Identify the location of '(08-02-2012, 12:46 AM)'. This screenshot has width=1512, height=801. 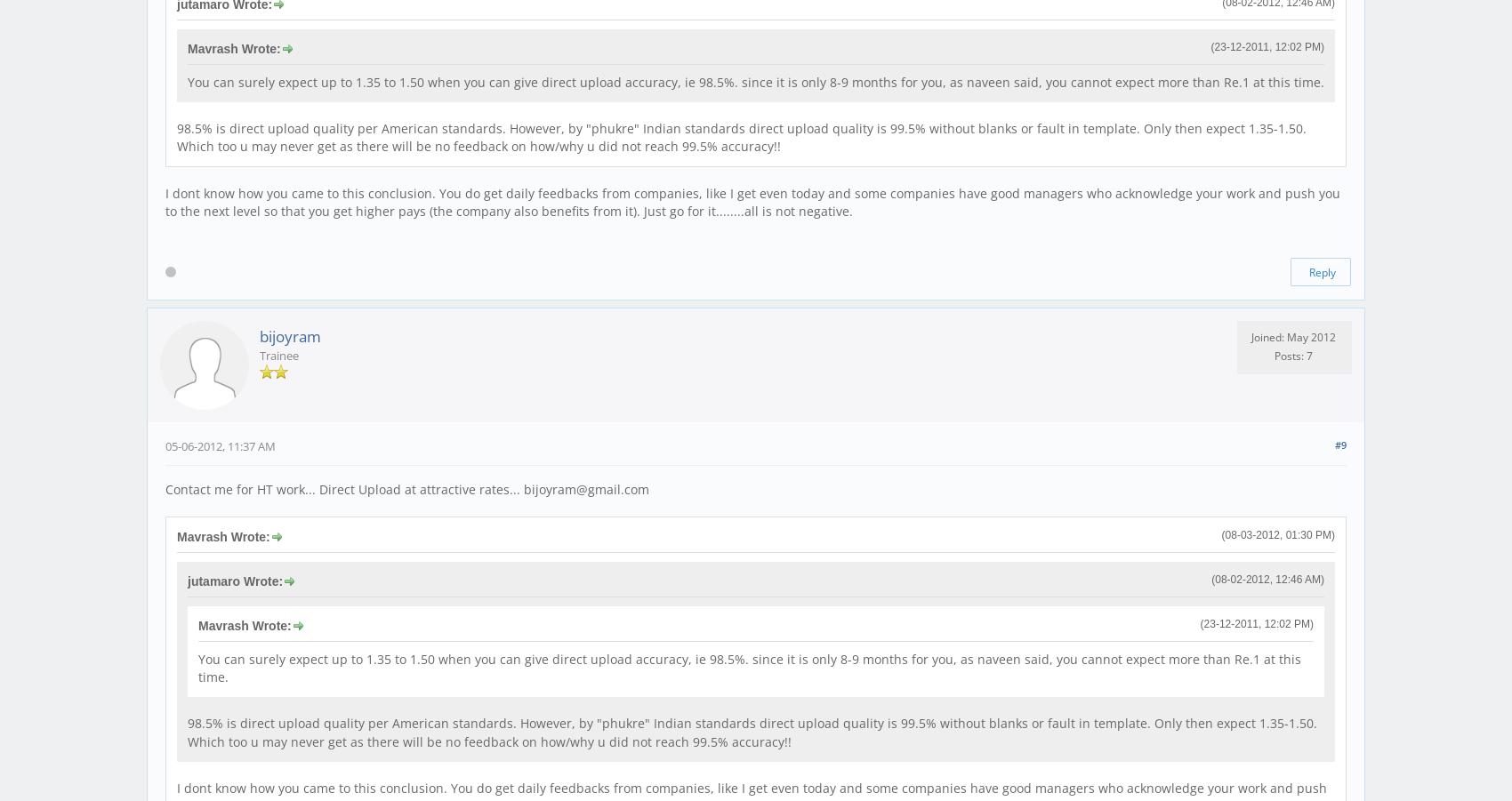
(1267, 579).